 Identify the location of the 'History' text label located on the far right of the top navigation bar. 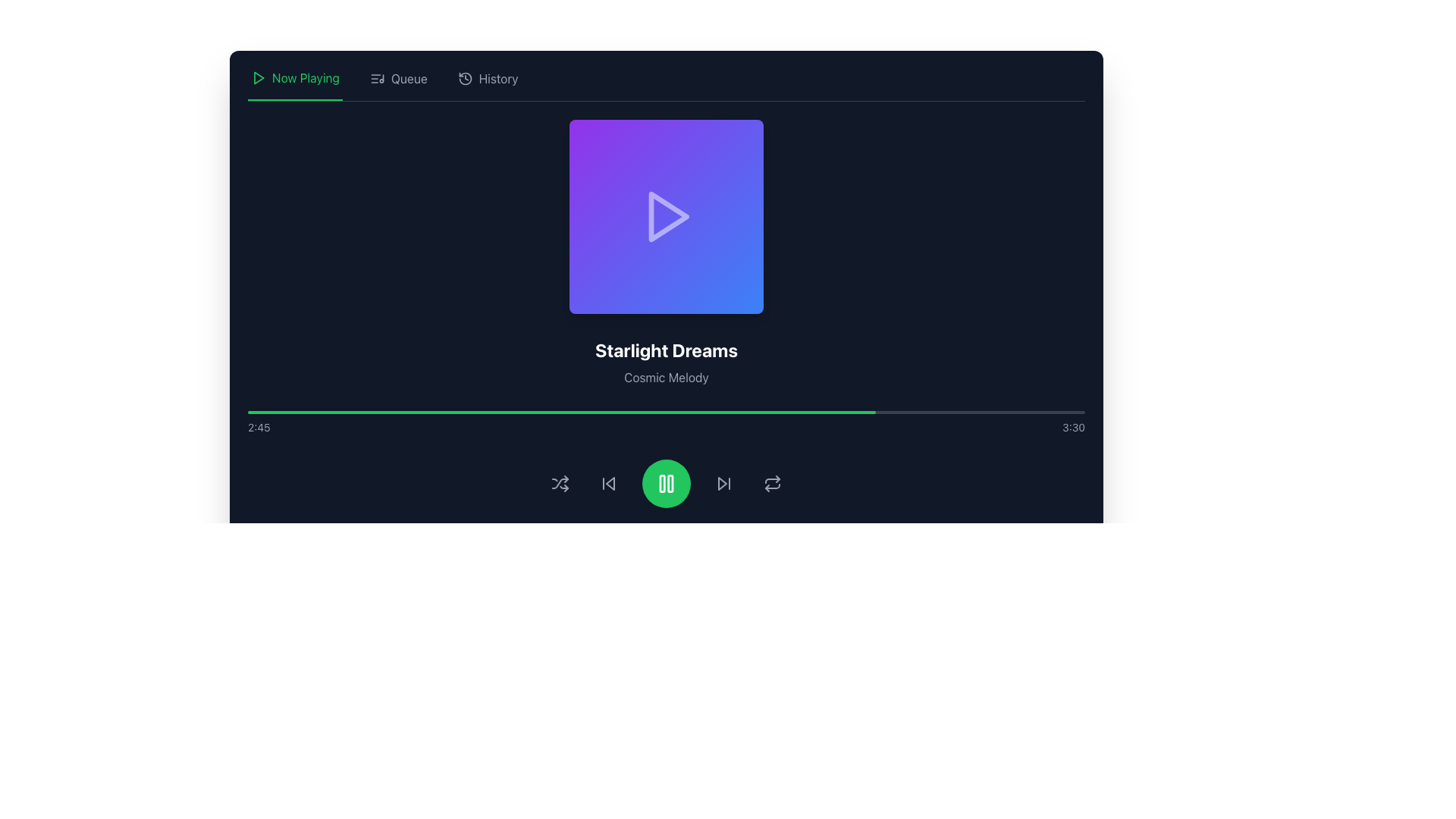
(498, 79).